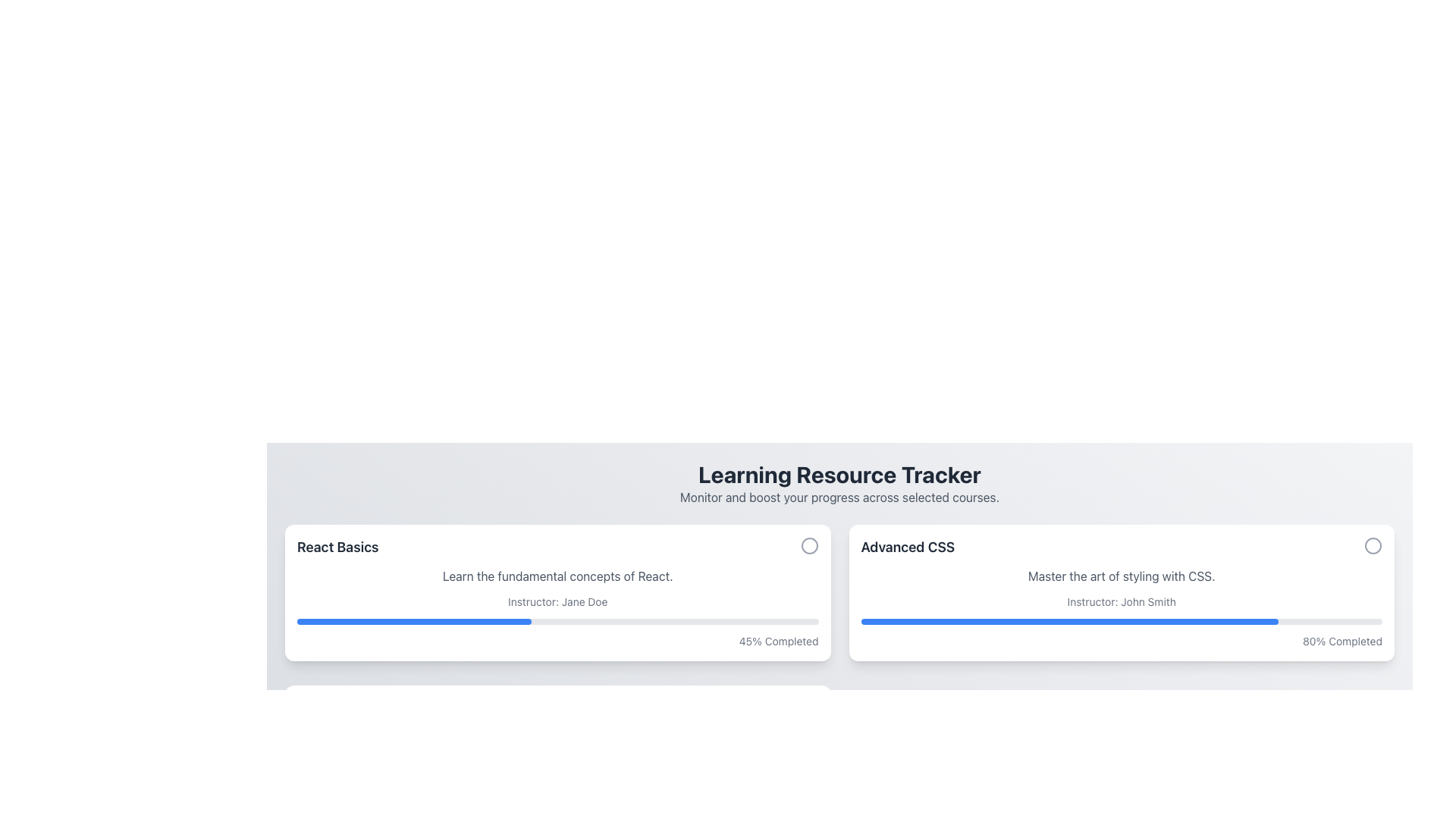 The width and height of the screenshot is (1456, 819). Describe the element at coordinates (1068, 622) in the screenshot. I see `the blue filled portion of the progress bar indicating 80% completion in the 'Advanced CSS' course section` at that location.